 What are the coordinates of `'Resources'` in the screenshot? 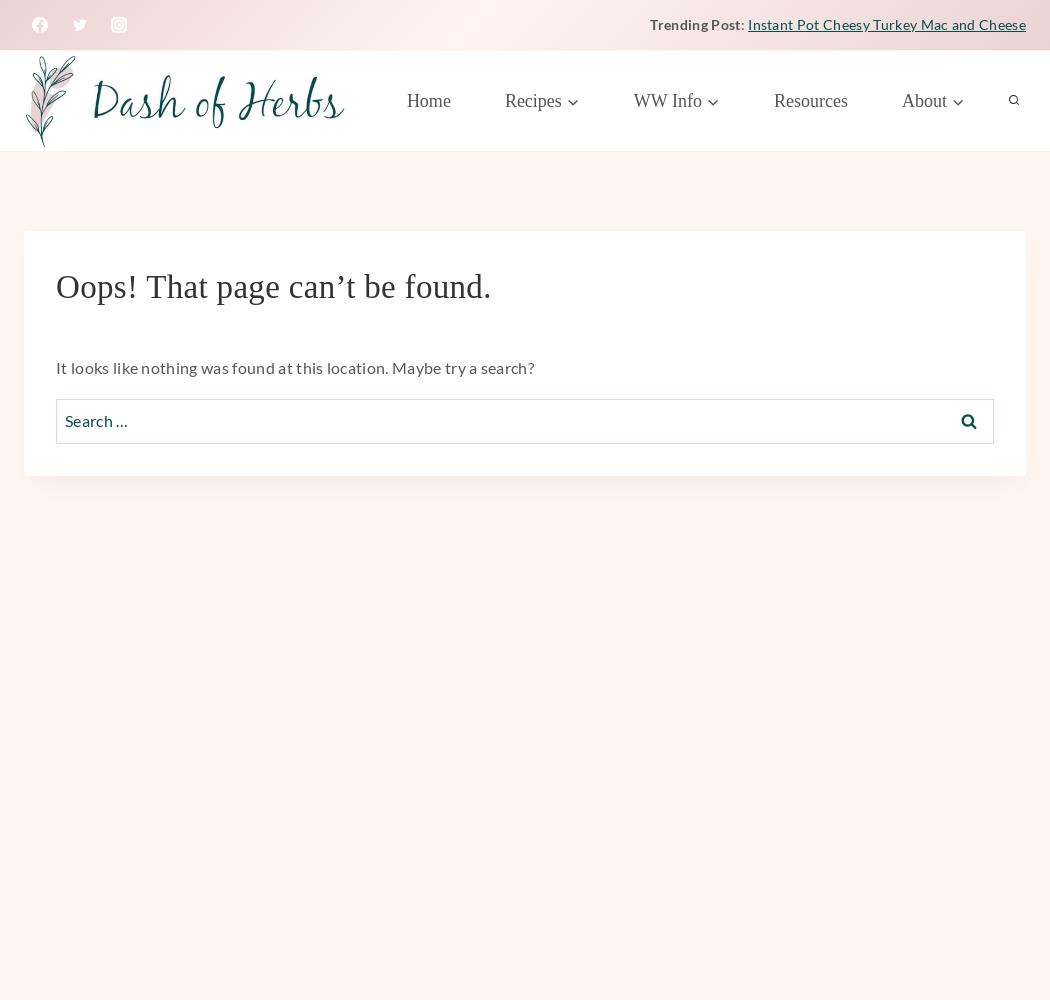 It's located at (773, 99).